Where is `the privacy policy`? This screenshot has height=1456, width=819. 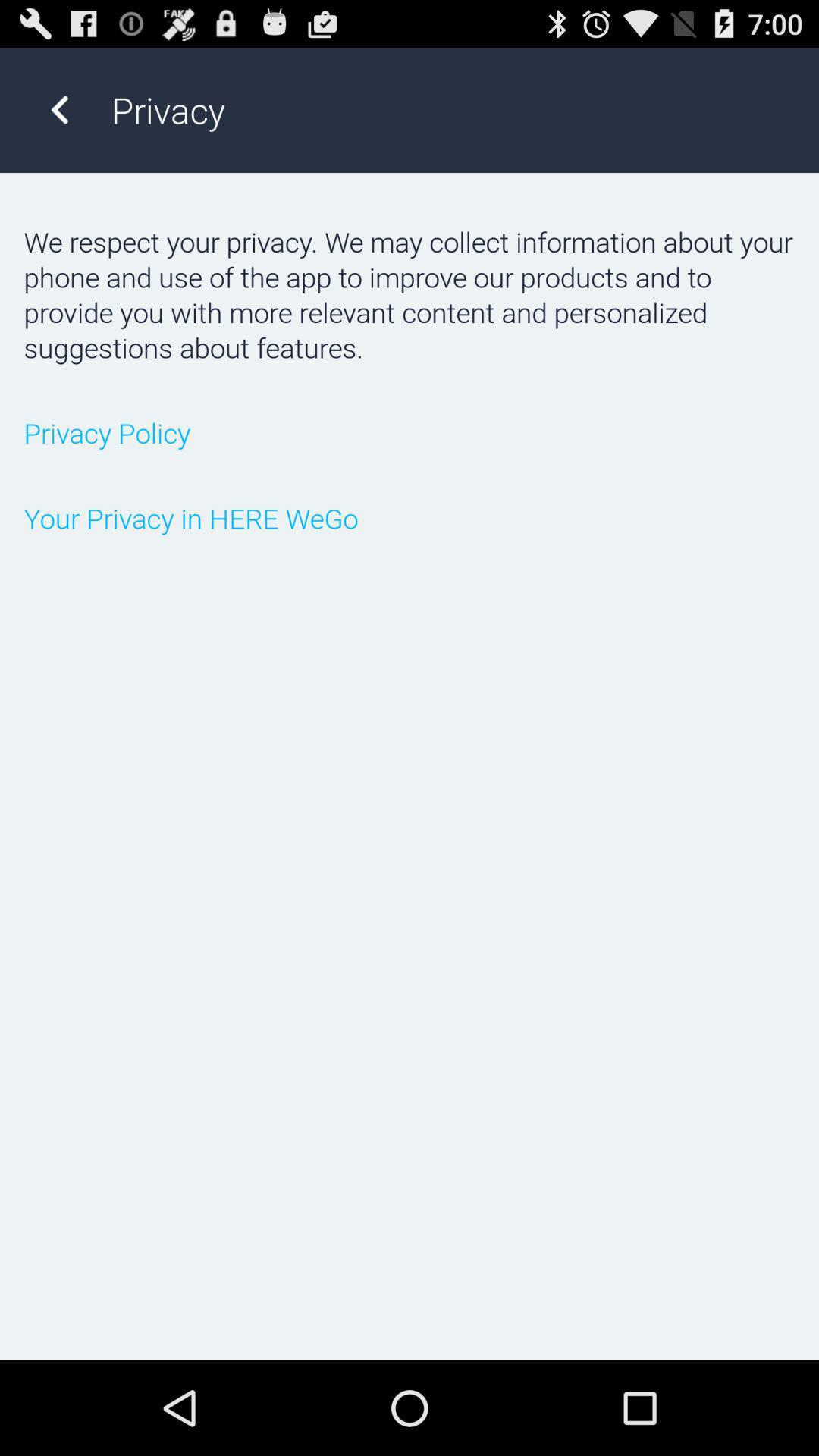
the privacy policy is located at coordinates (409, 431).